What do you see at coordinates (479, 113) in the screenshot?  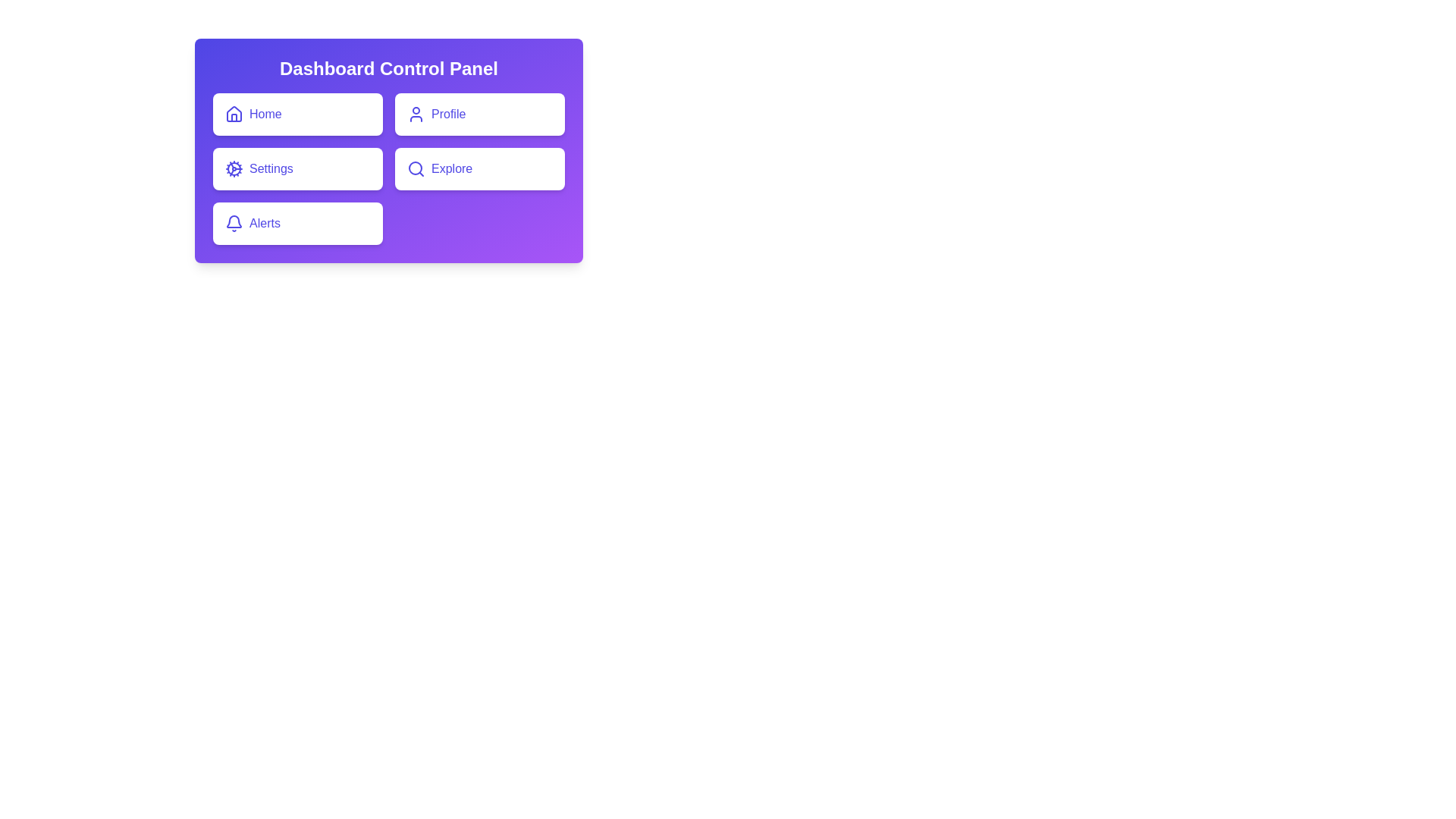 I see `the second navigation button located at the top row, to the right of the 'Home' button` at bounding box center [479, 113].